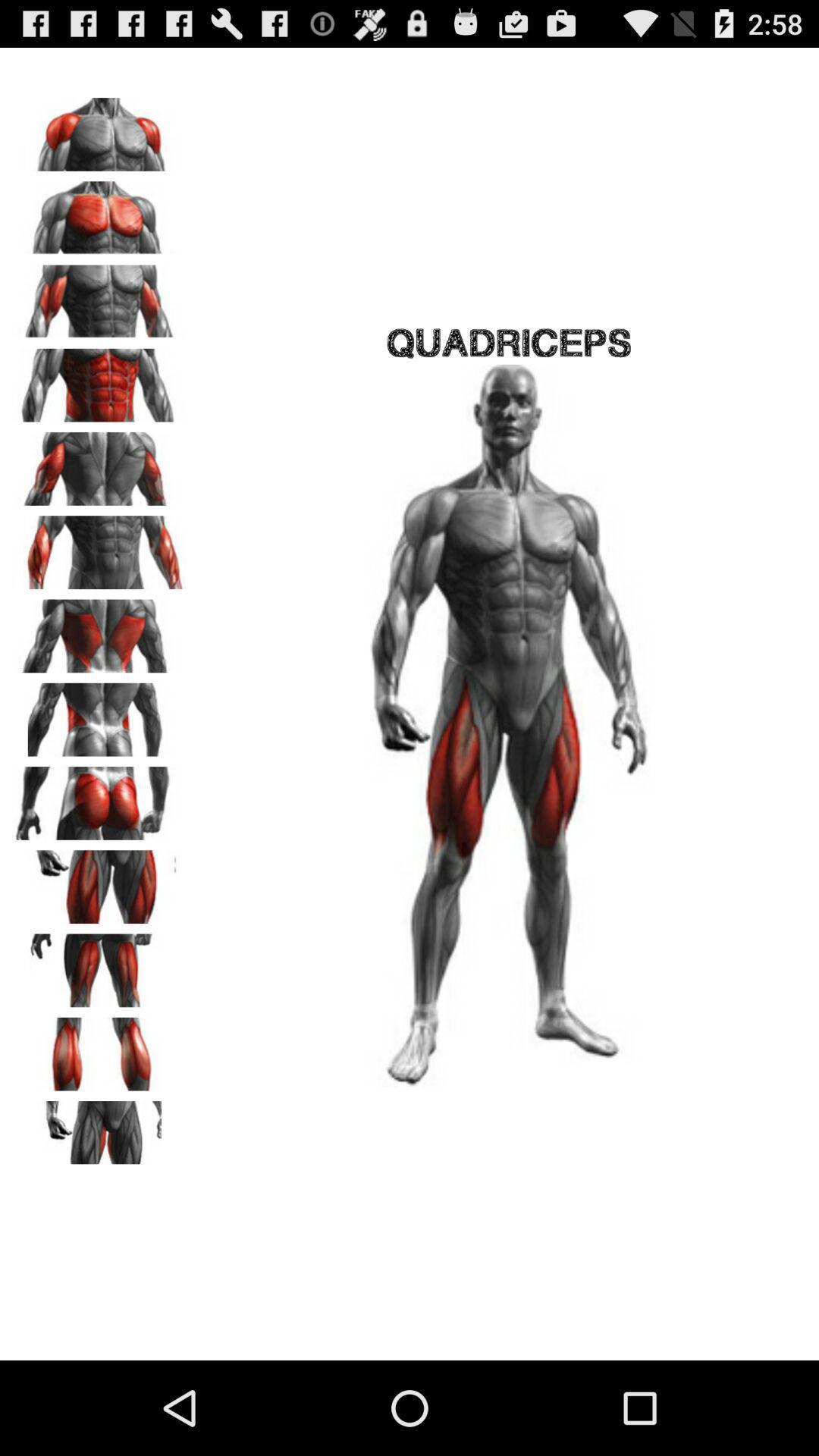 The height and width of the screenshot is (1456, 819). What do you see at coordinates (99, 714) in the screenshot?
I see `click back of side` at bounding box center [99, 714].